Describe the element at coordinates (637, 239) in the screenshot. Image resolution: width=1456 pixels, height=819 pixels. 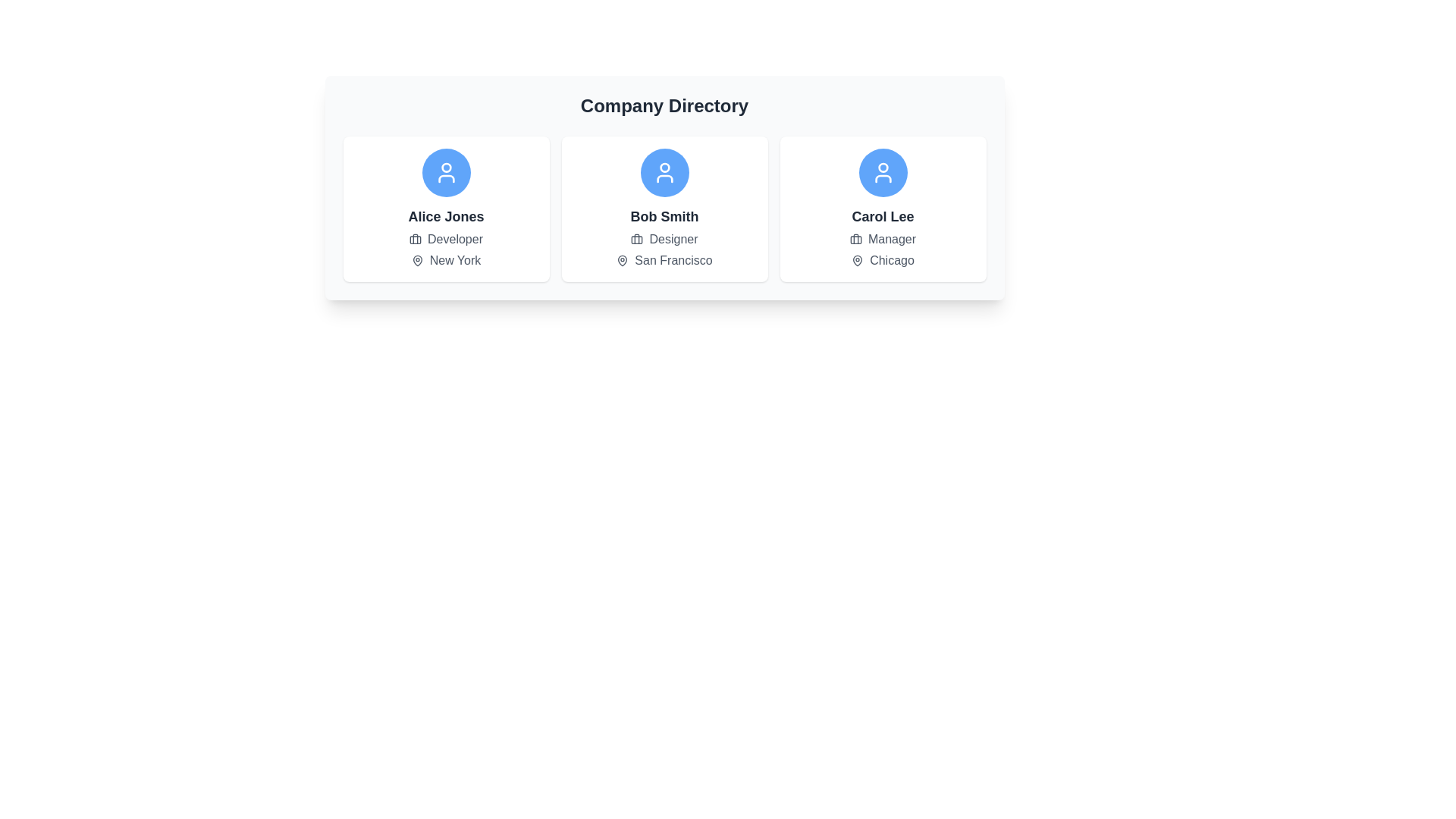
I see `briefcase icon located to the left of the text 'Designer' in the profile card for 'Bob Smith' to view more details` at that location.